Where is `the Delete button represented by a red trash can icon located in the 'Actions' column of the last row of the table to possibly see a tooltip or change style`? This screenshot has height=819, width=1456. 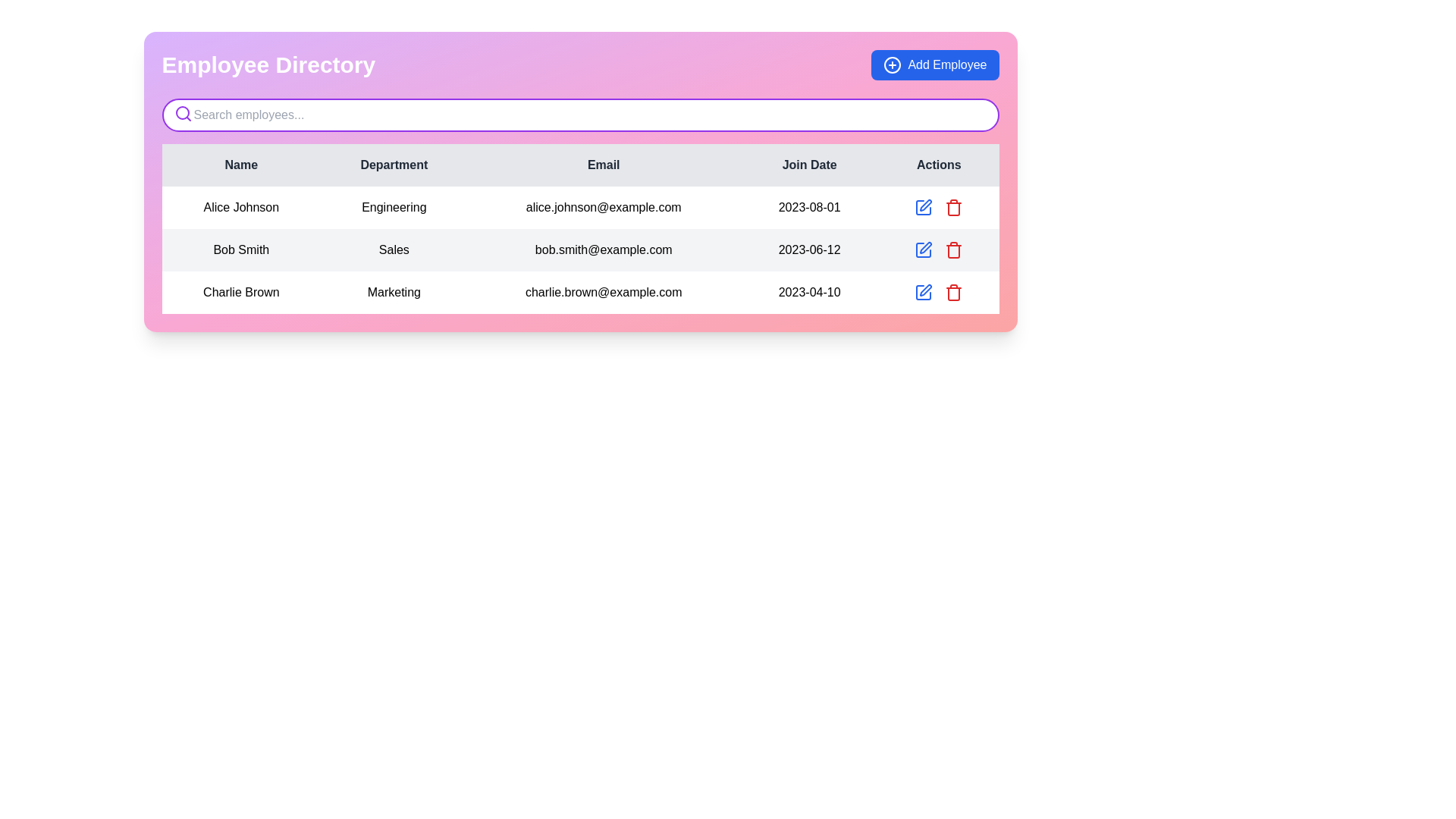
the Delete button represented by a red trash can icon located in the 'Actions' column of the last row of the table to possibly see a tooltip or change style is located at coordinates (953, 249).